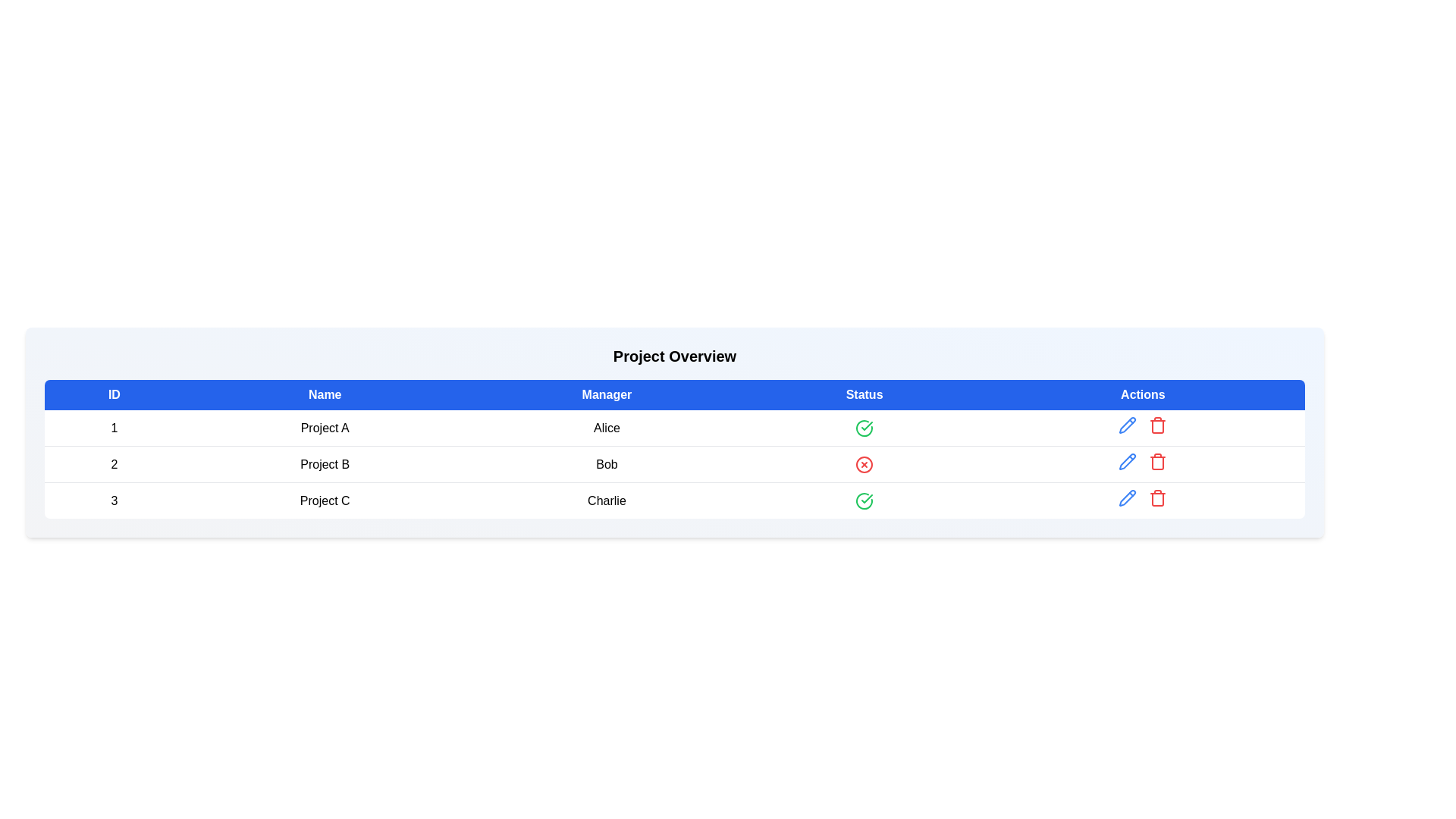 The image size is (1456, 819). What do you see at coordinates (607, 428) in the screenshot?
I see `the text label displaying 'Alice' in the 'Manager' column of the first row in the data table under the 'Project Overview' heading` at bounding box center [607, 428].